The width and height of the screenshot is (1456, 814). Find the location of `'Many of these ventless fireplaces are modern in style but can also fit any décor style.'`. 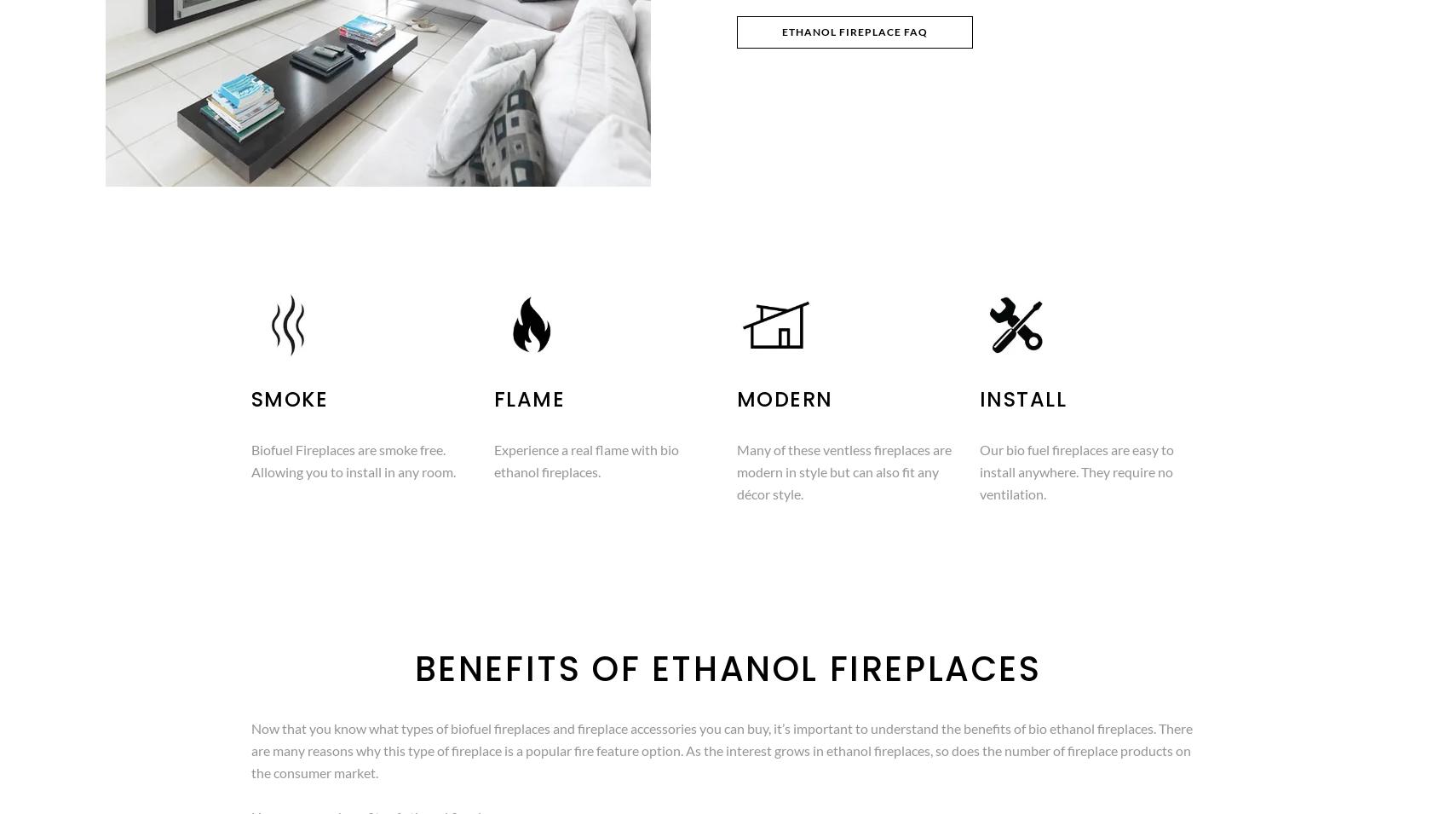

'Many of these ventless fireplaces are modern in style but can also fit any décor style.' is located at coordinates (736, 471).